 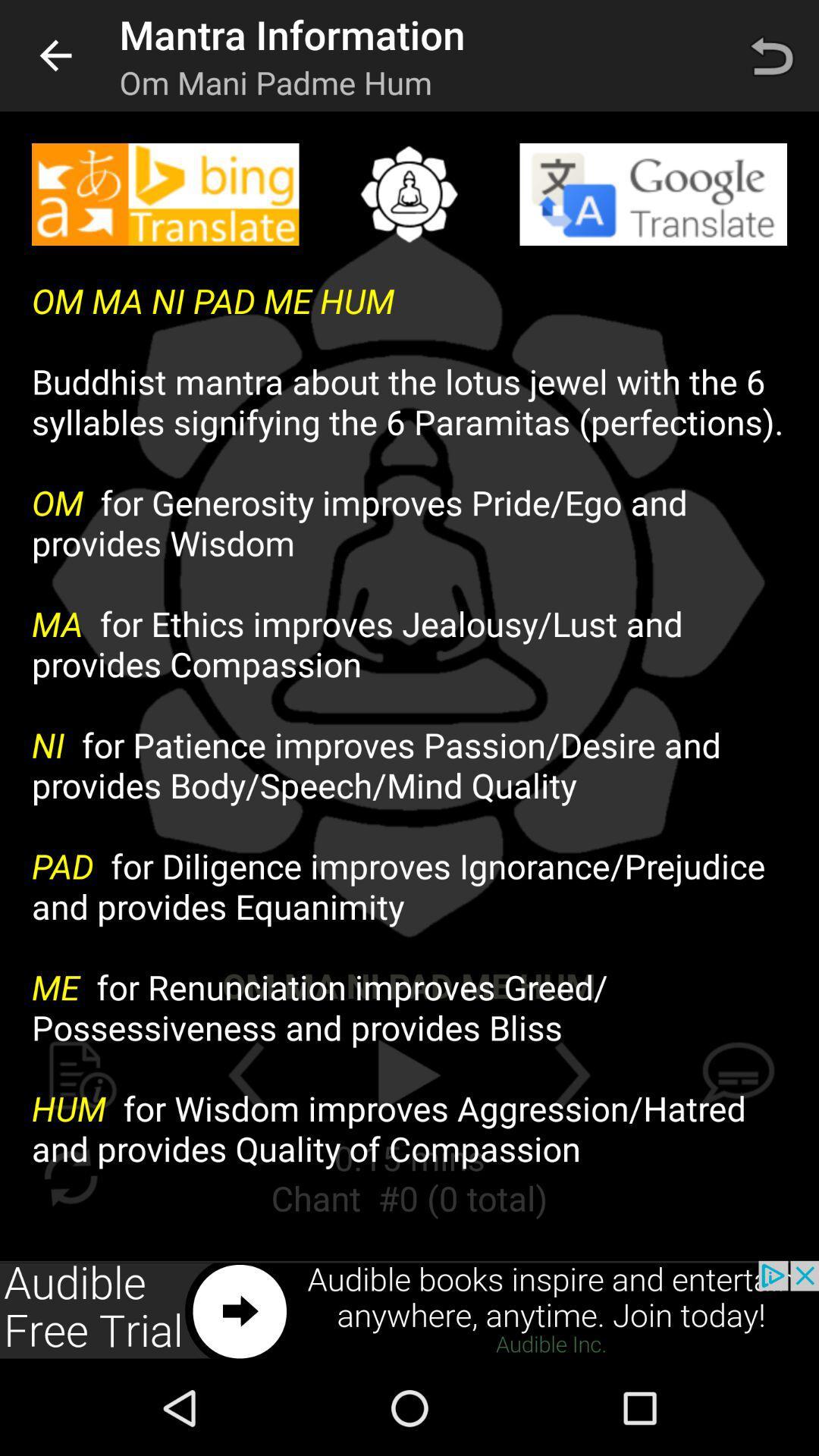 What do you see at coordinates (83, 1075) in the screenshot?
I see `the info icon` at bounding box center [83, 1075].